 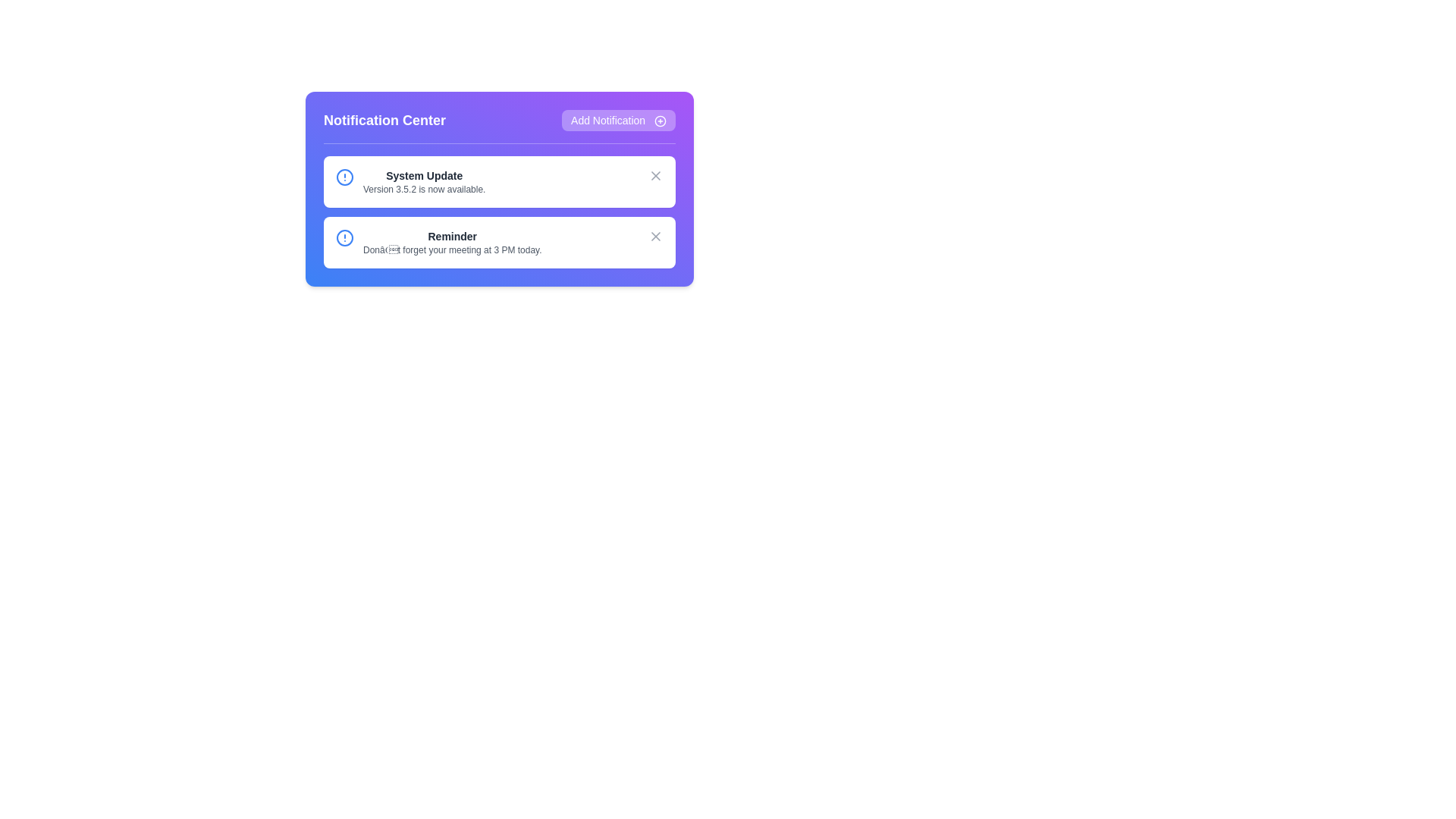 What do you see at coordinates (451, 242) in the screenshot?
I see `the text of the 'Reminder' notification that reads 'Don’t forget your meeting at 3 PM today.'` at bounding box center [451, 242].